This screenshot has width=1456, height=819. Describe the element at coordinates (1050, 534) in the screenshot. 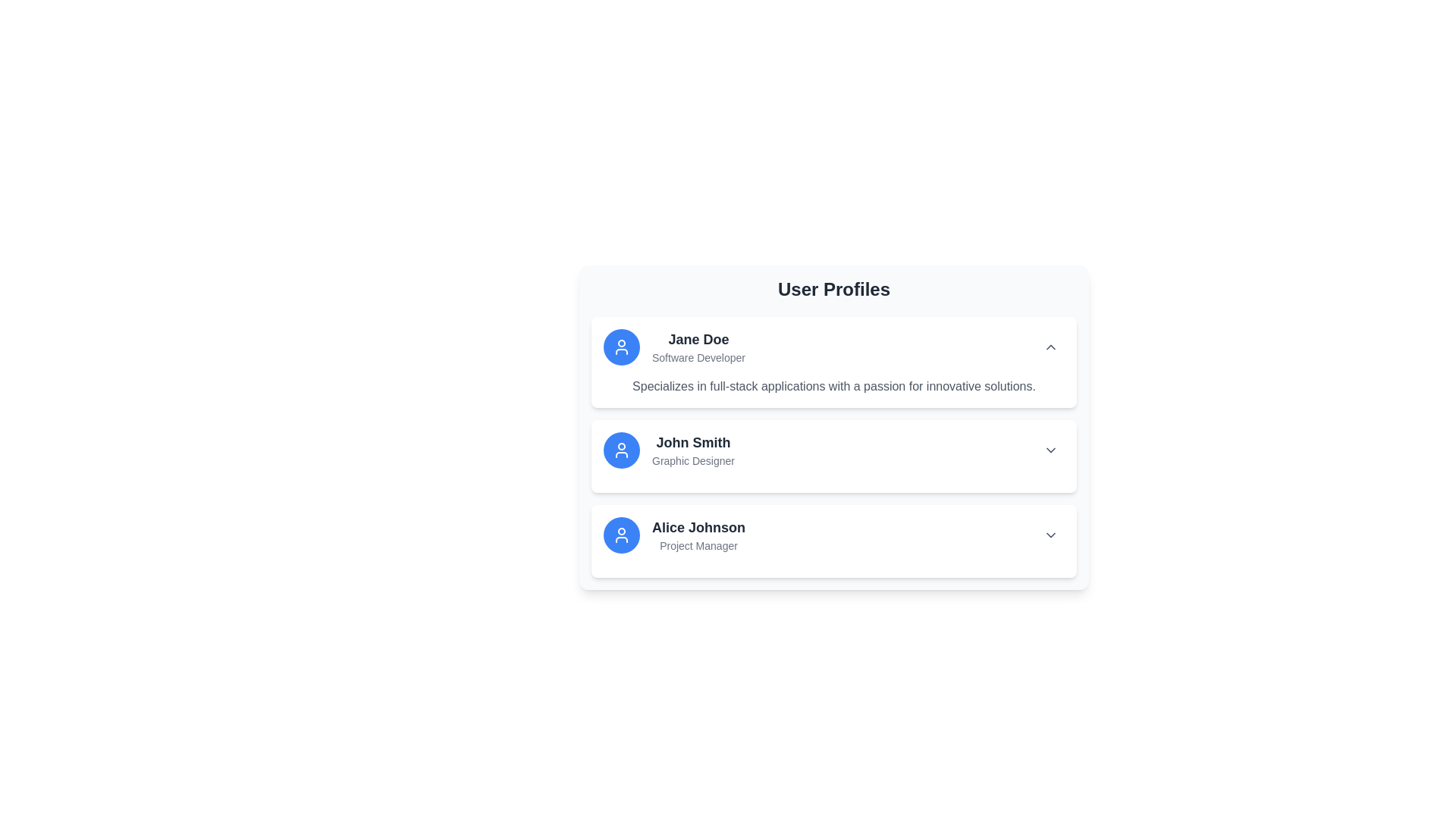

I see `the button located at the top-right corner of the 'Alice Johnson - Project Manager' profile card` at that location.